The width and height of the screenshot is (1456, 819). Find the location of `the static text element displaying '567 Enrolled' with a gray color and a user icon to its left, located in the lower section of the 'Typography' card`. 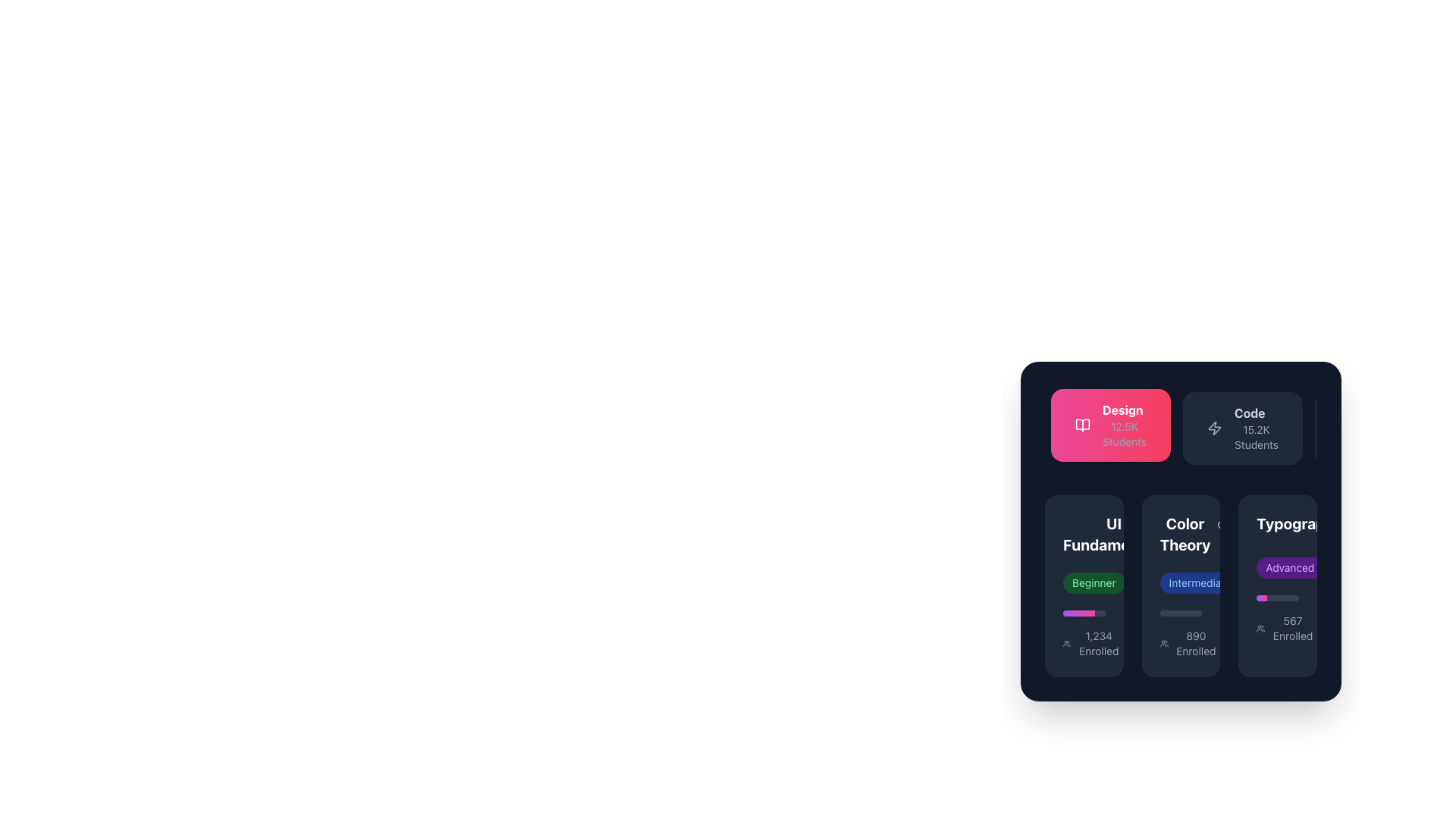

the static text element displaying '567 Enrolled' with a gray color and a user icon to its left, located in the lower section of the 'Typography' card is located at coordinates (1277, 629).